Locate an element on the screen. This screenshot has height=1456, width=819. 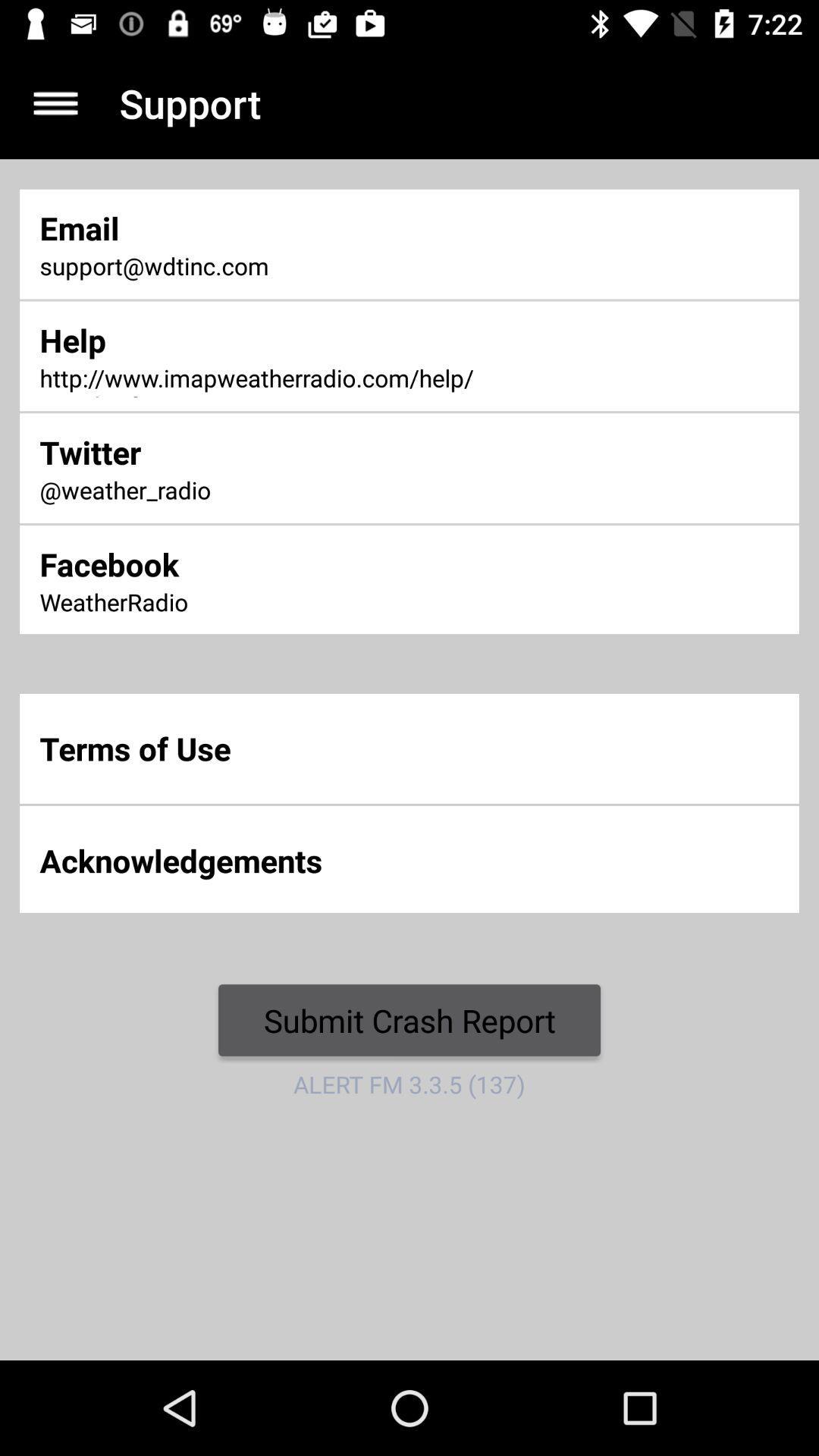
the menu option is located at coordinates (55, 102).